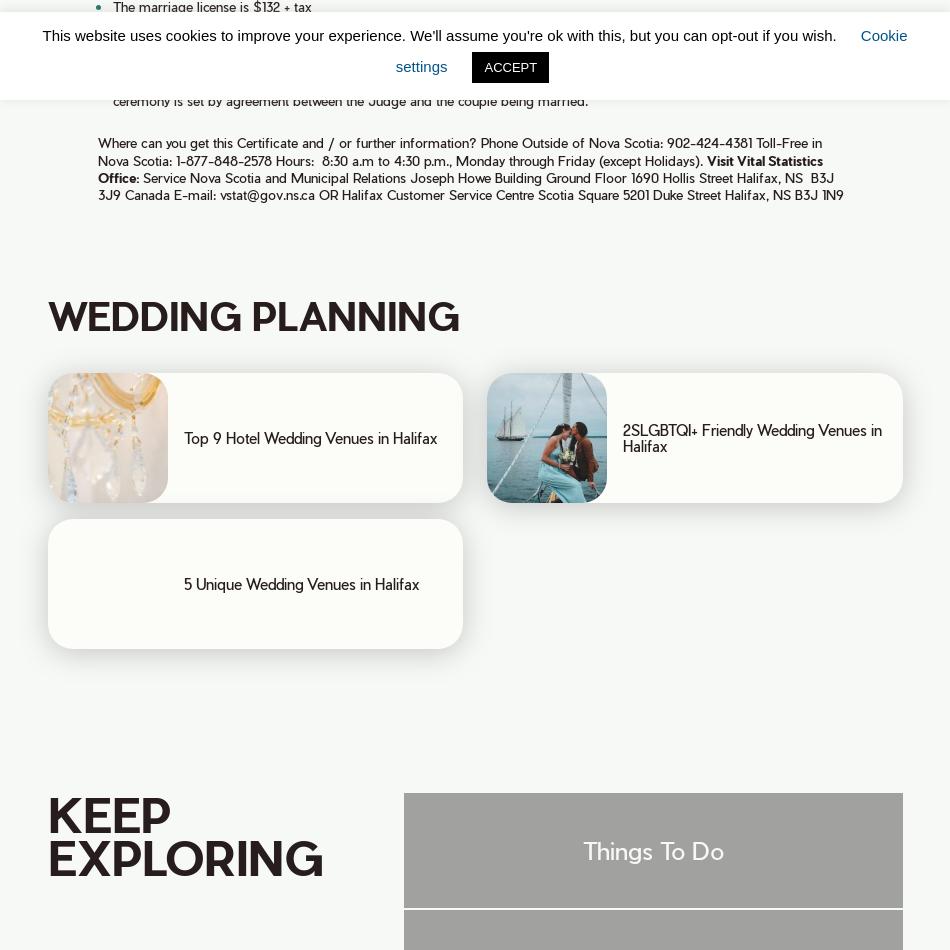 The height and width of the screenshot is (950, 950). I want to click on '5 Unique Wedding Venues in Halifax', so click(299, 583).